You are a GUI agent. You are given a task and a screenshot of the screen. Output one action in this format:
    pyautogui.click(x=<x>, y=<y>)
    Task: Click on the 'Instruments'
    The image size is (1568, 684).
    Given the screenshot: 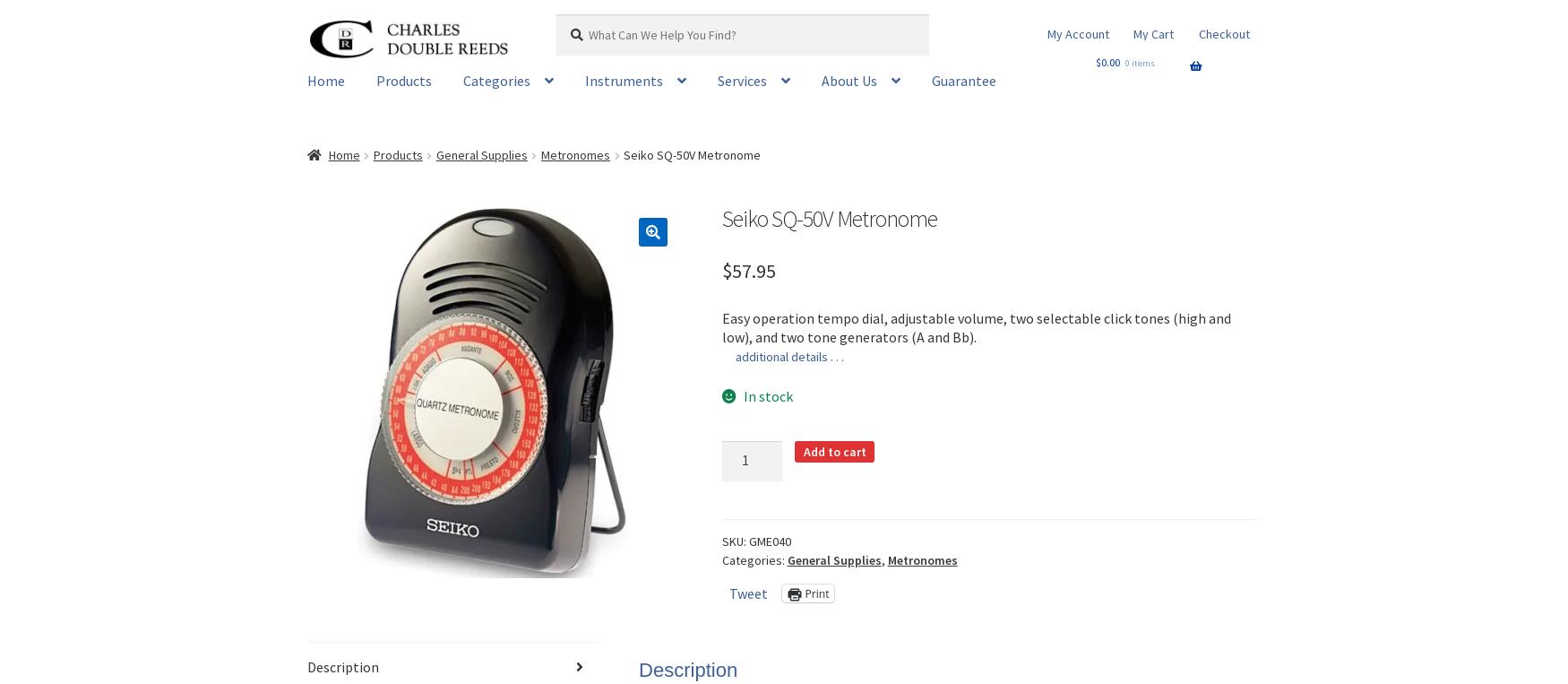 What is the action you would take?
    pyautogui.click(x=583, y=79)
    